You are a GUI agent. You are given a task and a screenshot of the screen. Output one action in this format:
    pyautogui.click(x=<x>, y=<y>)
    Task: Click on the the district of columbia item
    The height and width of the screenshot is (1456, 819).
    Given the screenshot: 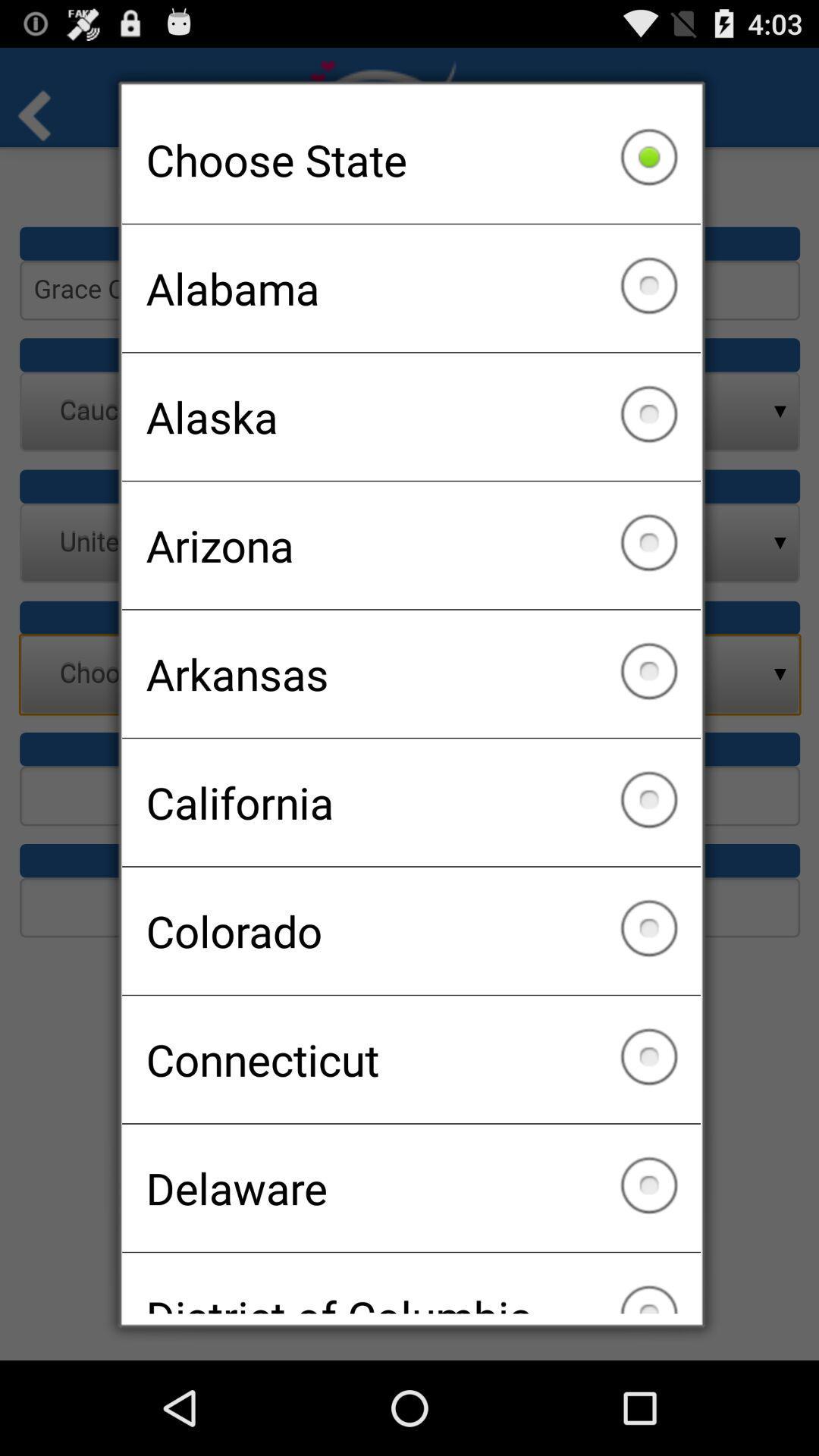 What is the action you would take?
    pyautogui.click(x=411, y=1282)
    